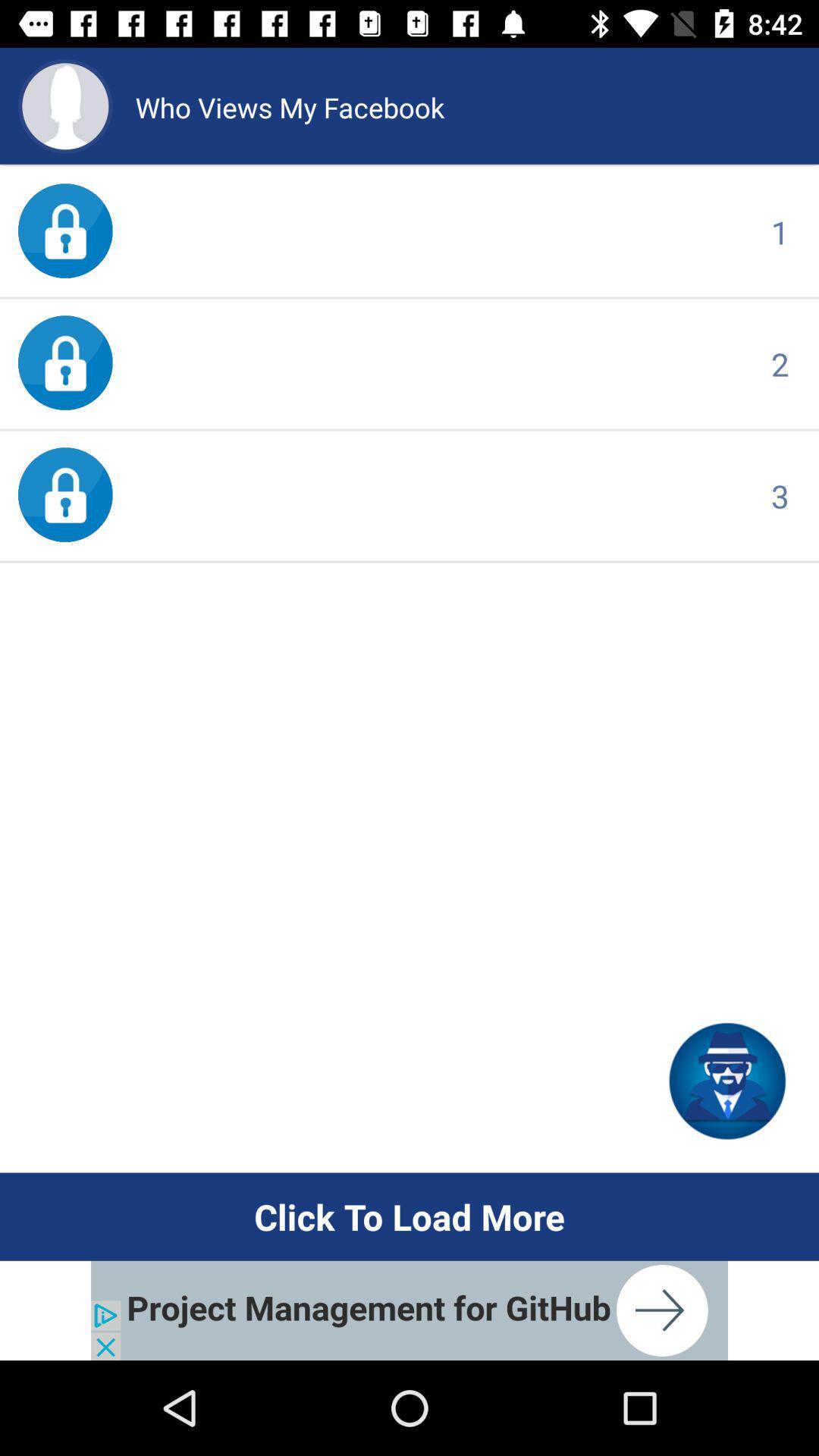  Describe the element at coordinates (29, 81) in the screenshot. I see `the avatar icon` at that location.